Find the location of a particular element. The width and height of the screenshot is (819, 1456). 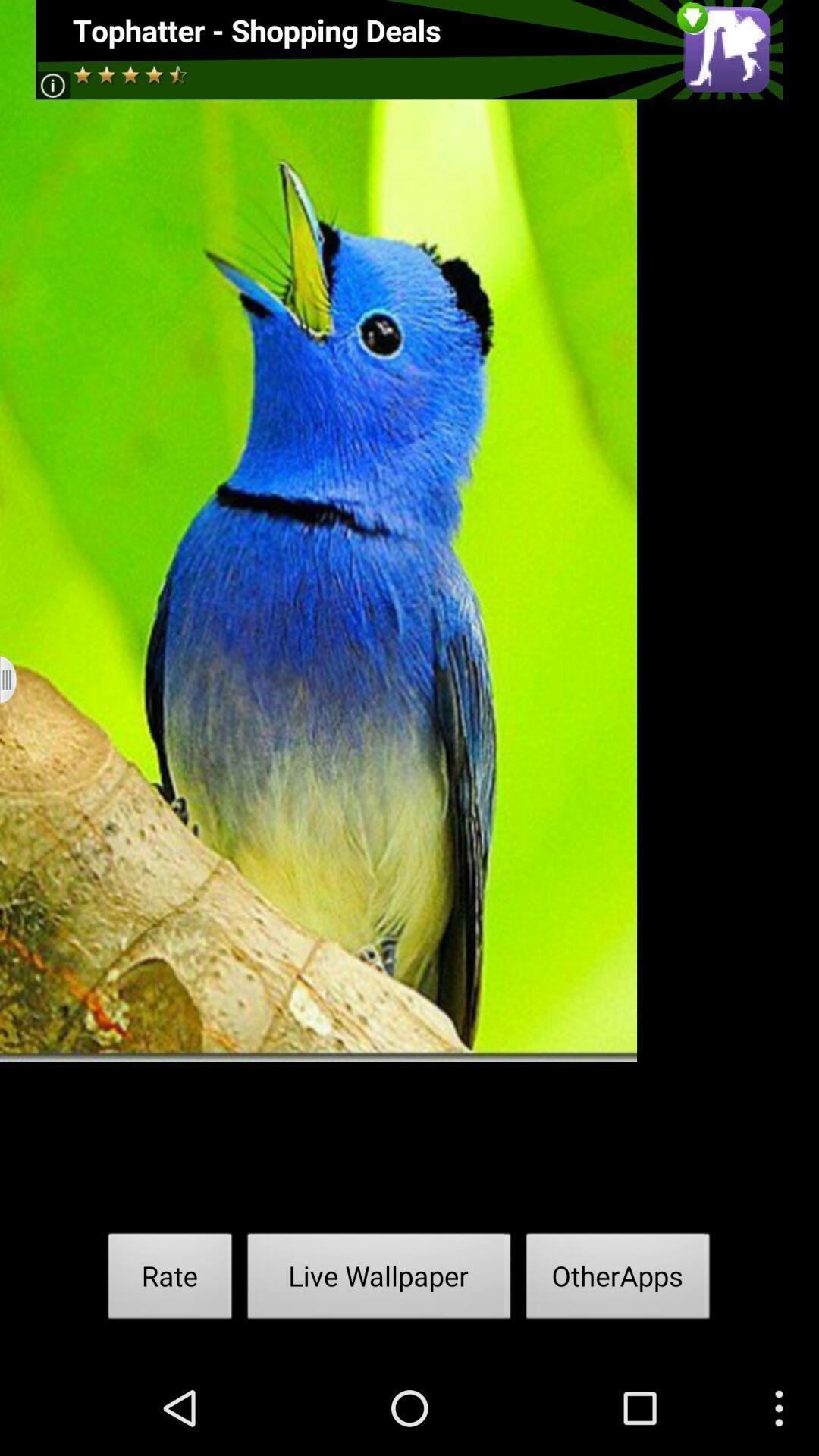

the menu icon is located at coordinates (17, 726).